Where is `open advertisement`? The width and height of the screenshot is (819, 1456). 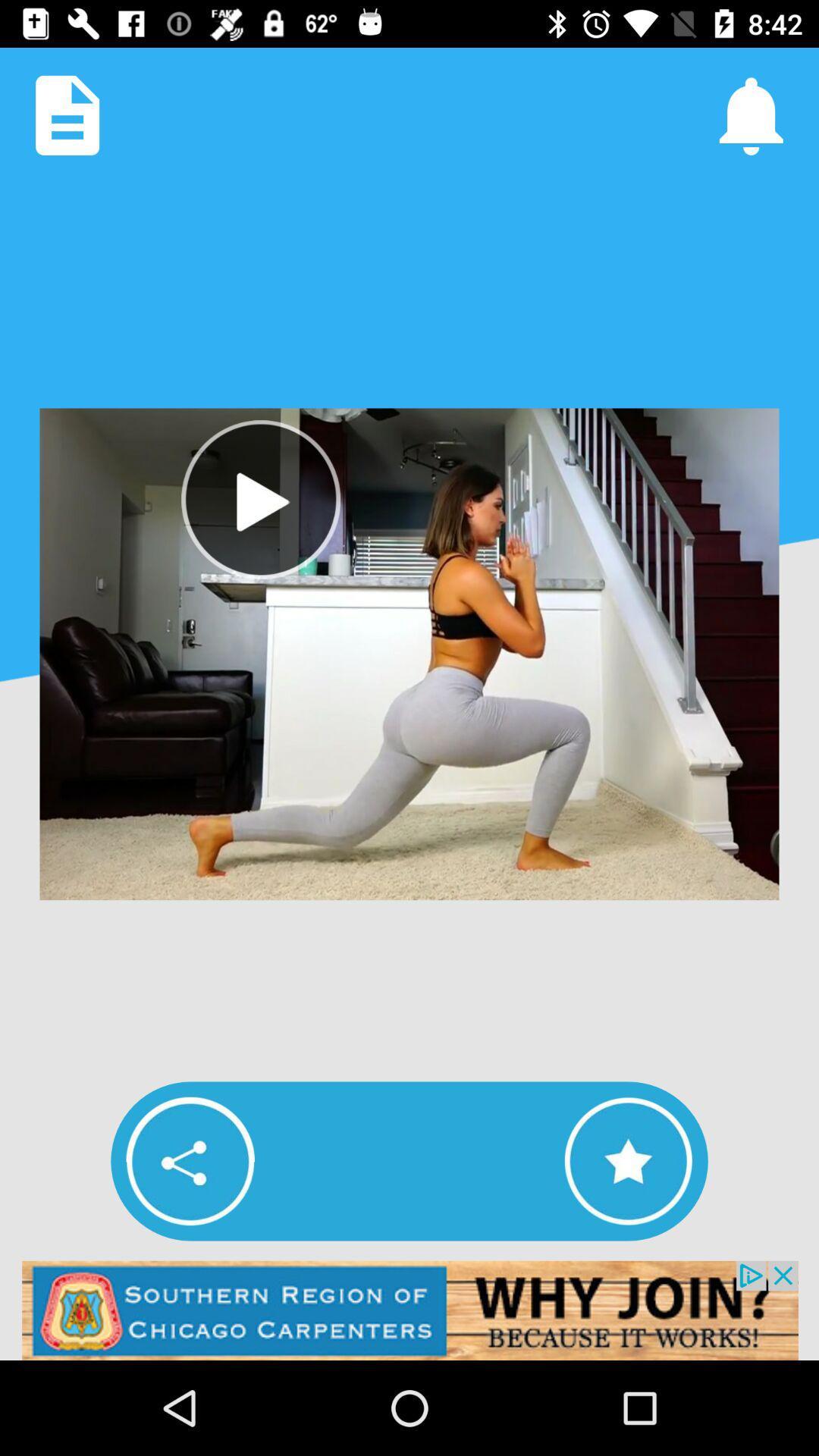 open advertisement is located at coordinates (409, 1310).